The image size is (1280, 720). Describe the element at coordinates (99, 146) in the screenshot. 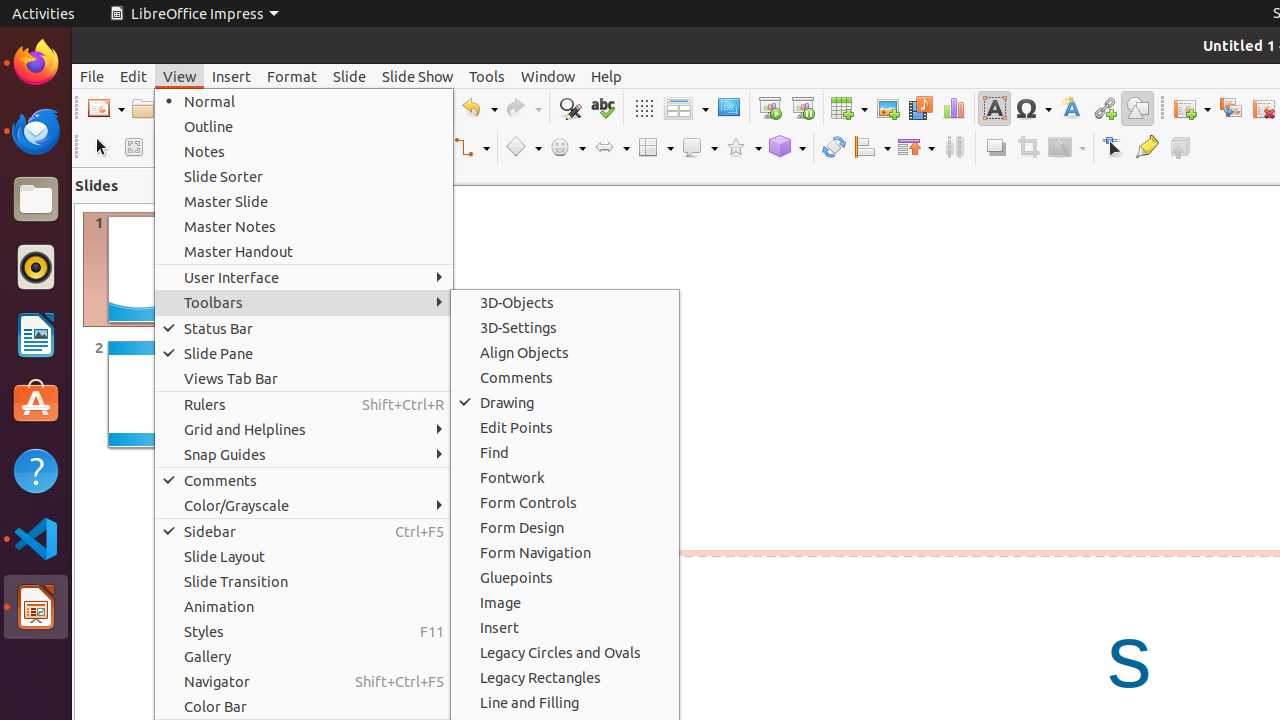

I see `'Select'` at that location.